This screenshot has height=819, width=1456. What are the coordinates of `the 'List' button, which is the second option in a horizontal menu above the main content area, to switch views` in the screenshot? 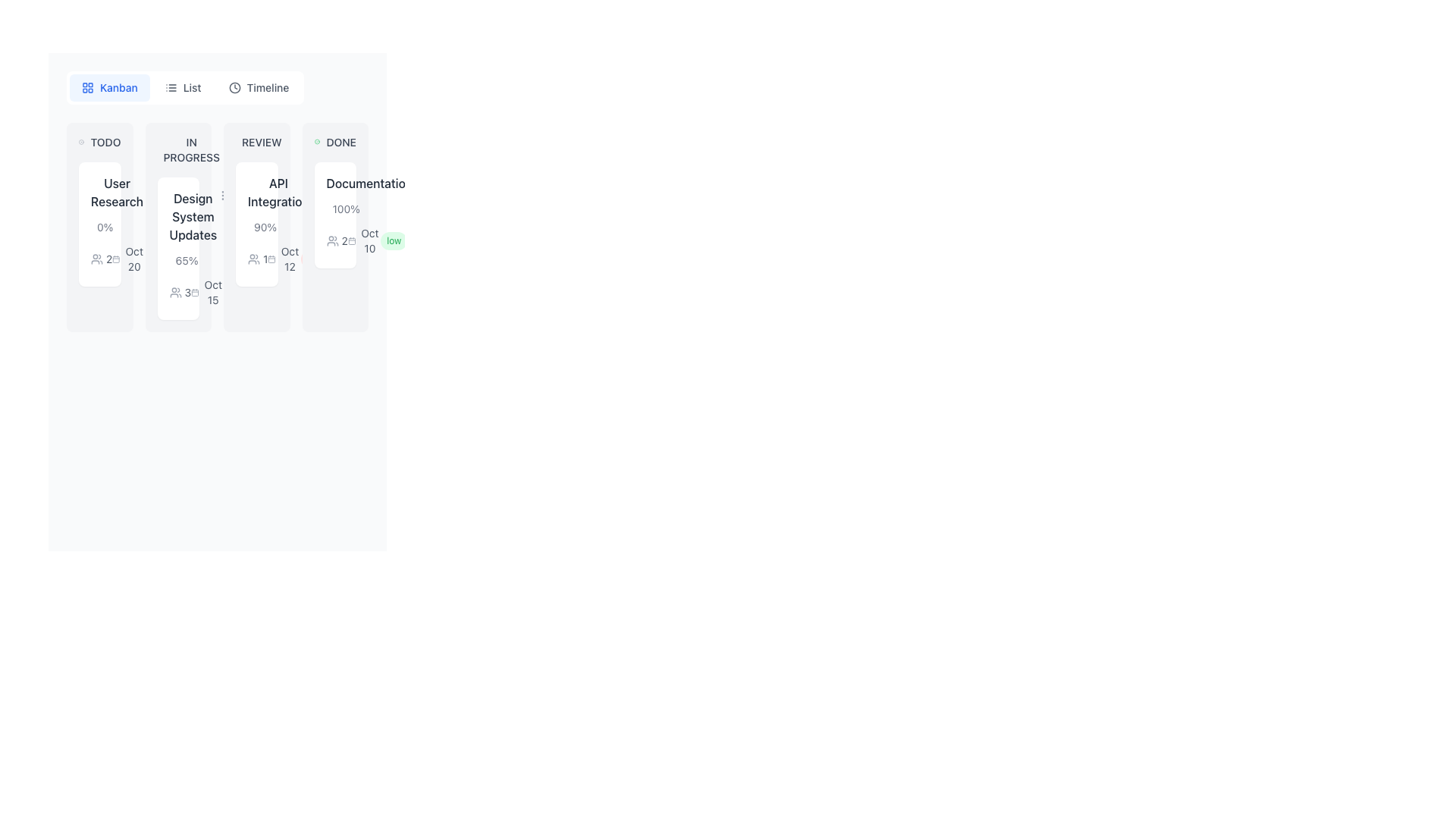 It's located at (182, 87).